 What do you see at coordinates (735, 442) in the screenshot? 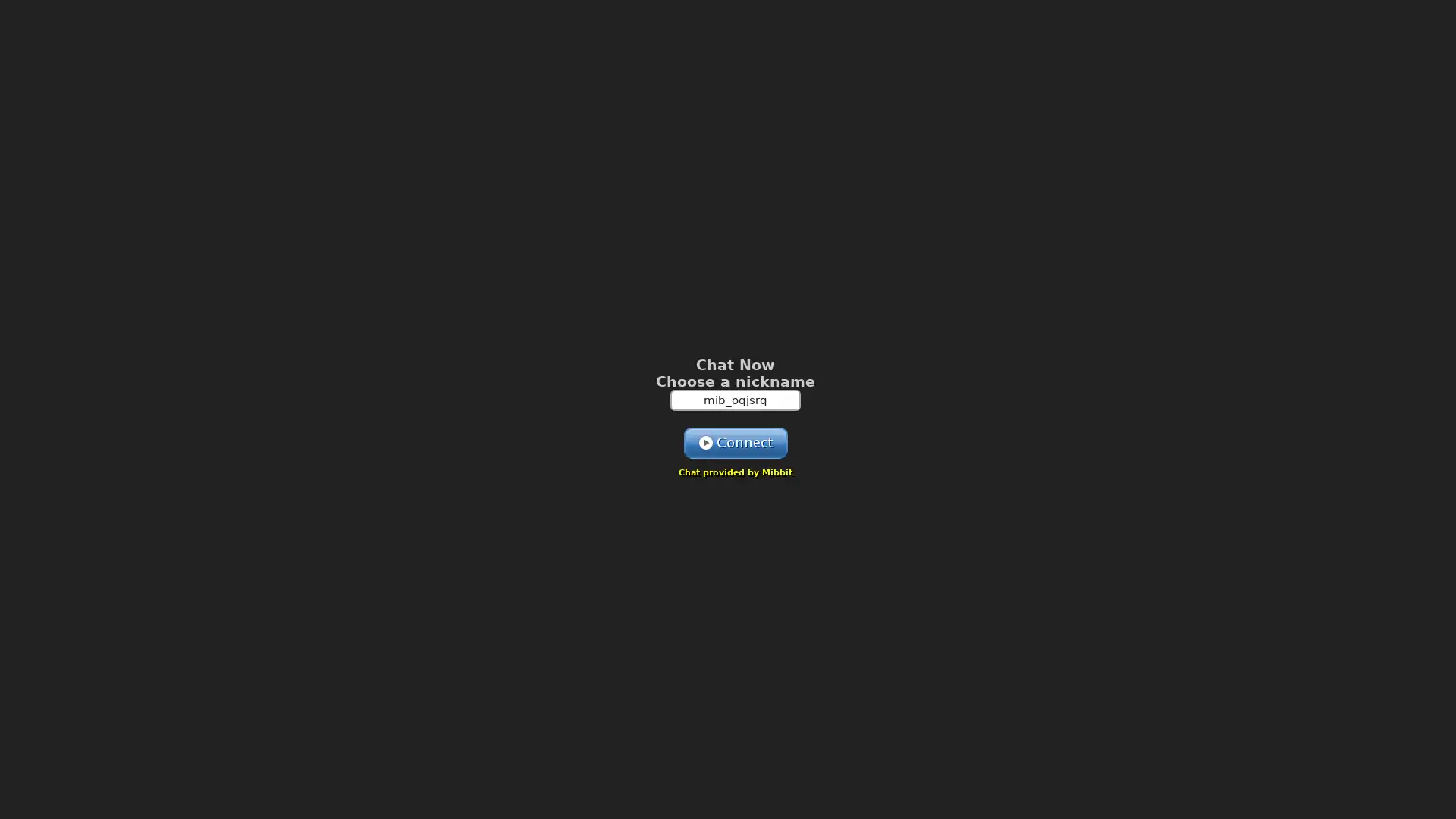
I see `Submit` at bounding box center [735, 442].